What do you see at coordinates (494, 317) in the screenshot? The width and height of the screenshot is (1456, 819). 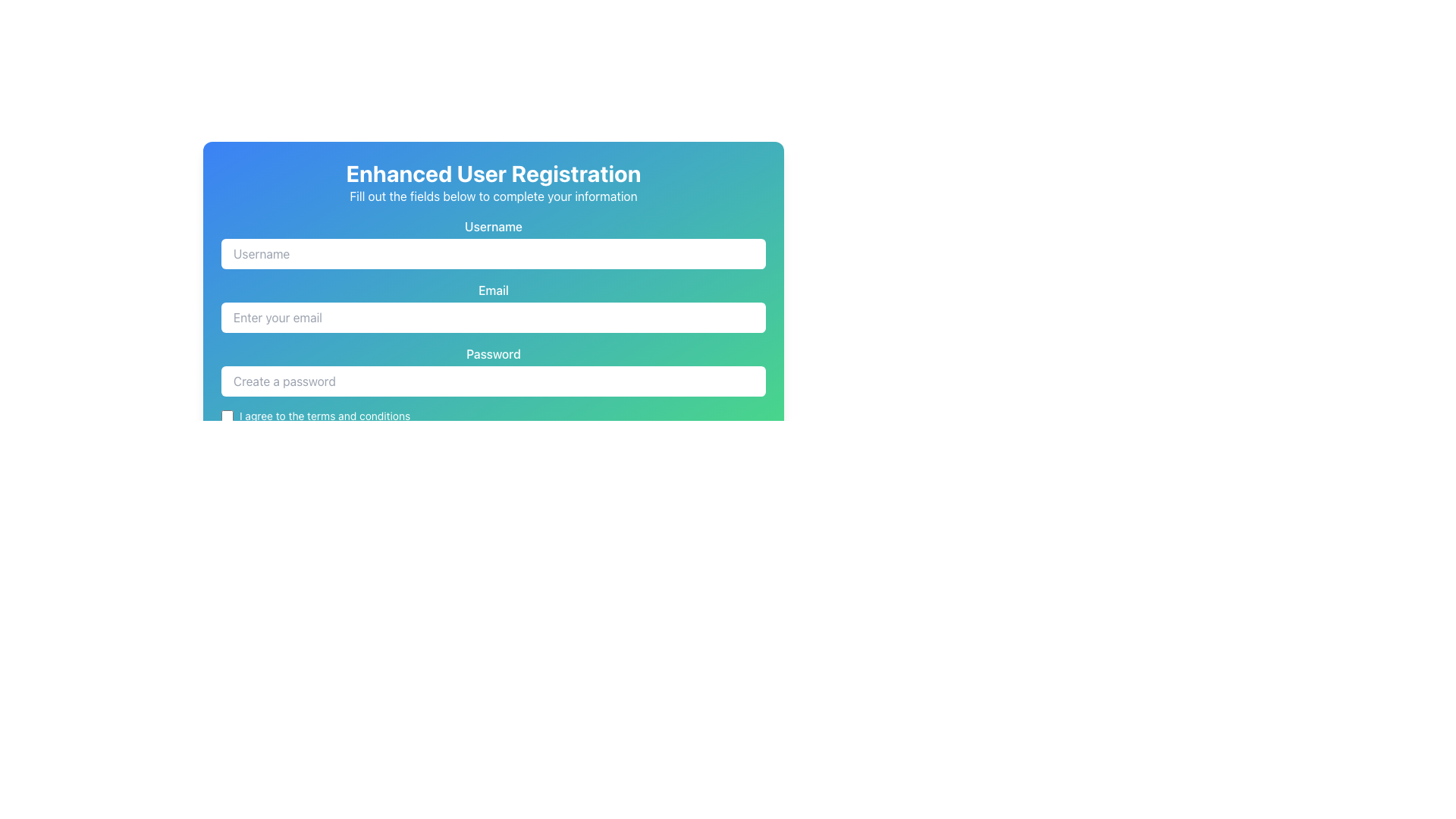 I see `the email input field in the 'Enhanced User Registration' form by pressing Tab` at bounding box center [494, 317].